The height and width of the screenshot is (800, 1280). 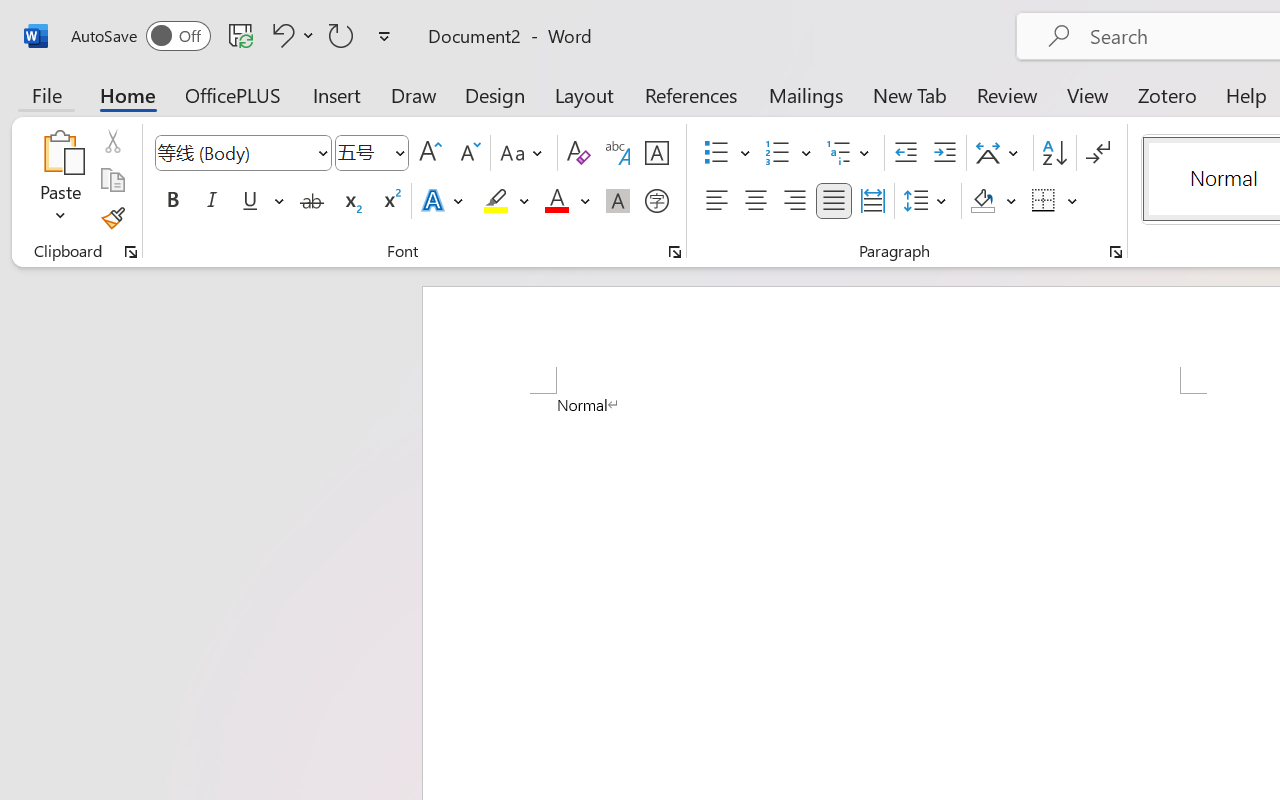 I want to click on 'Undo Apply Quick Style', so click(x=289, y=34).